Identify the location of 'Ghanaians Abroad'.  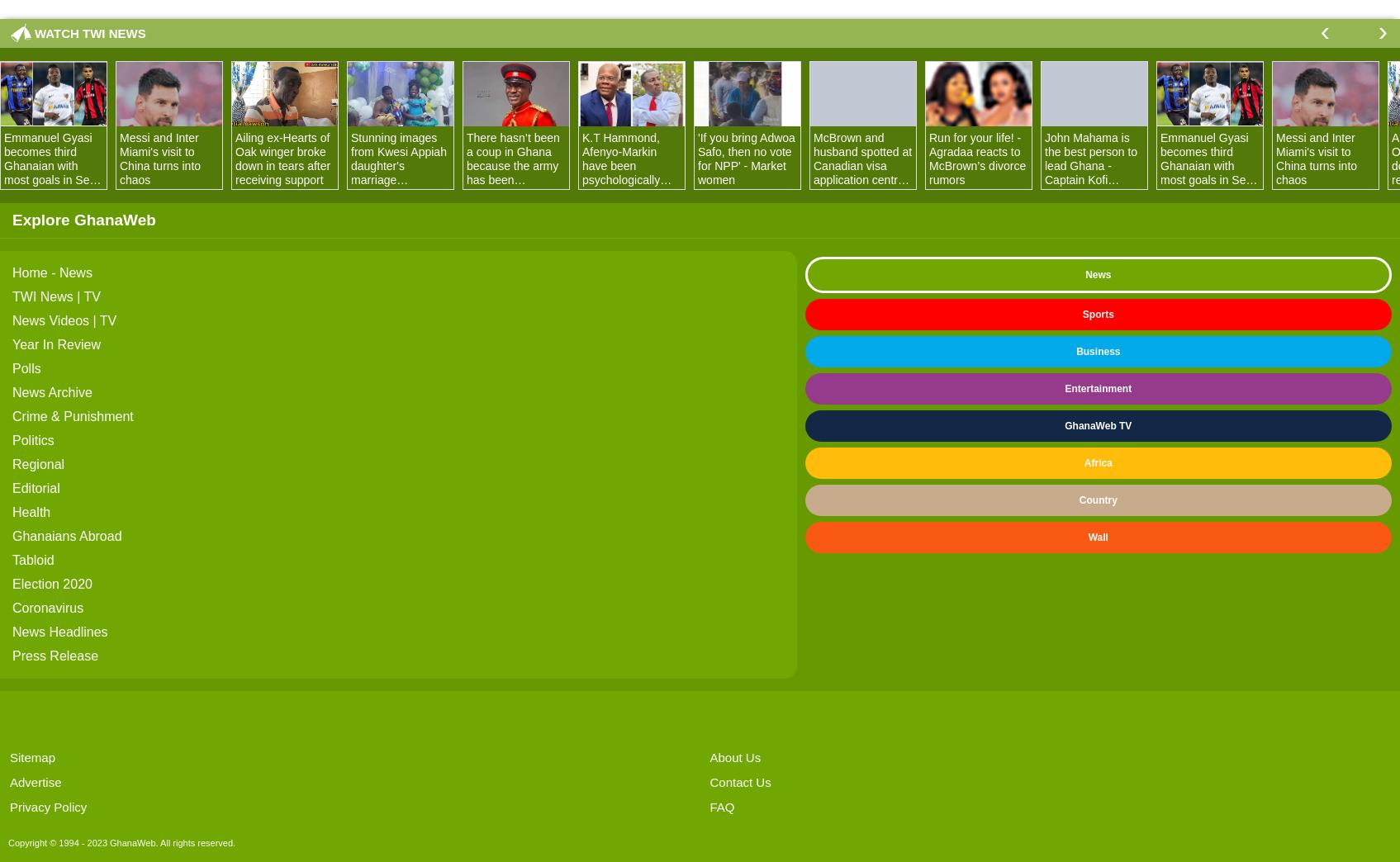
(66, 536).